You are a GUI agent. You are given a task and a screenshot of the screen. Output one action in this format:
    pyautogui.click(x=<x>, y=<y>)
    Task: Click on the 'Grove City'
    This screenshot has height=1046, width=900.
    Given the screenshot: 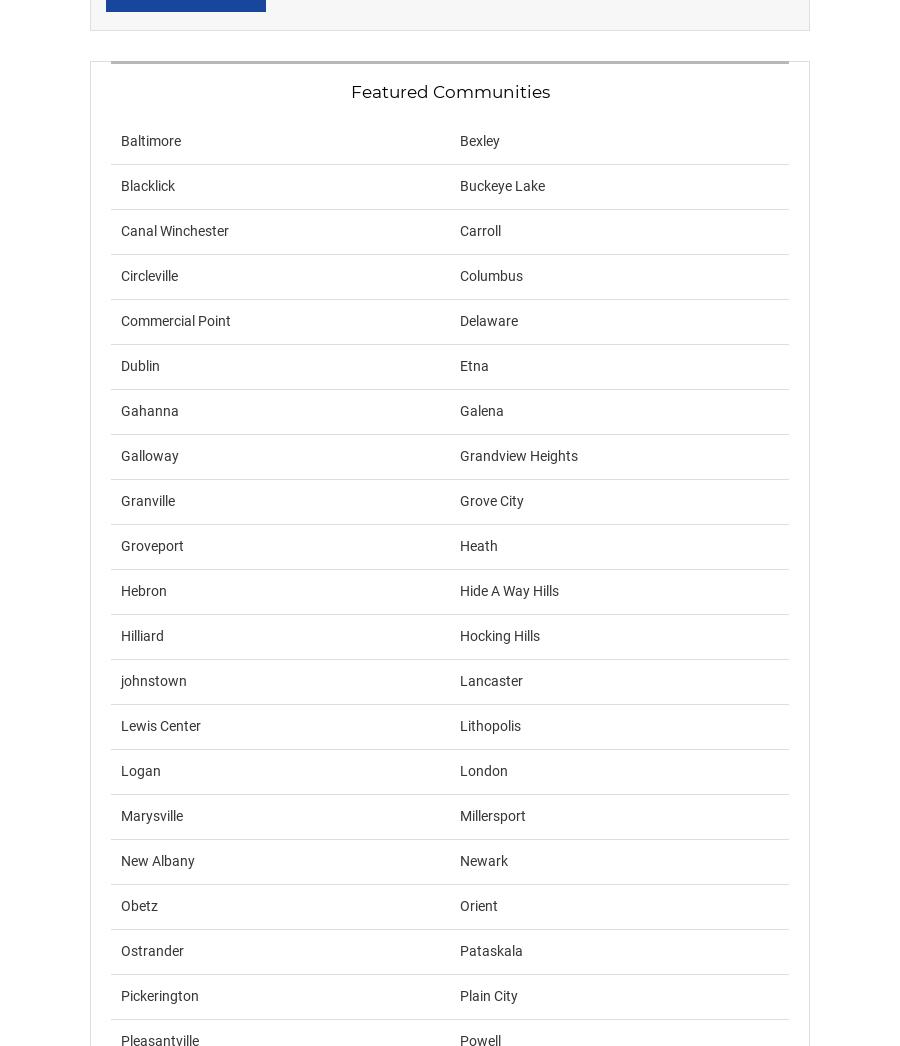 What is the action you would take?
    pyautogui.click(x=491, y=501)
    